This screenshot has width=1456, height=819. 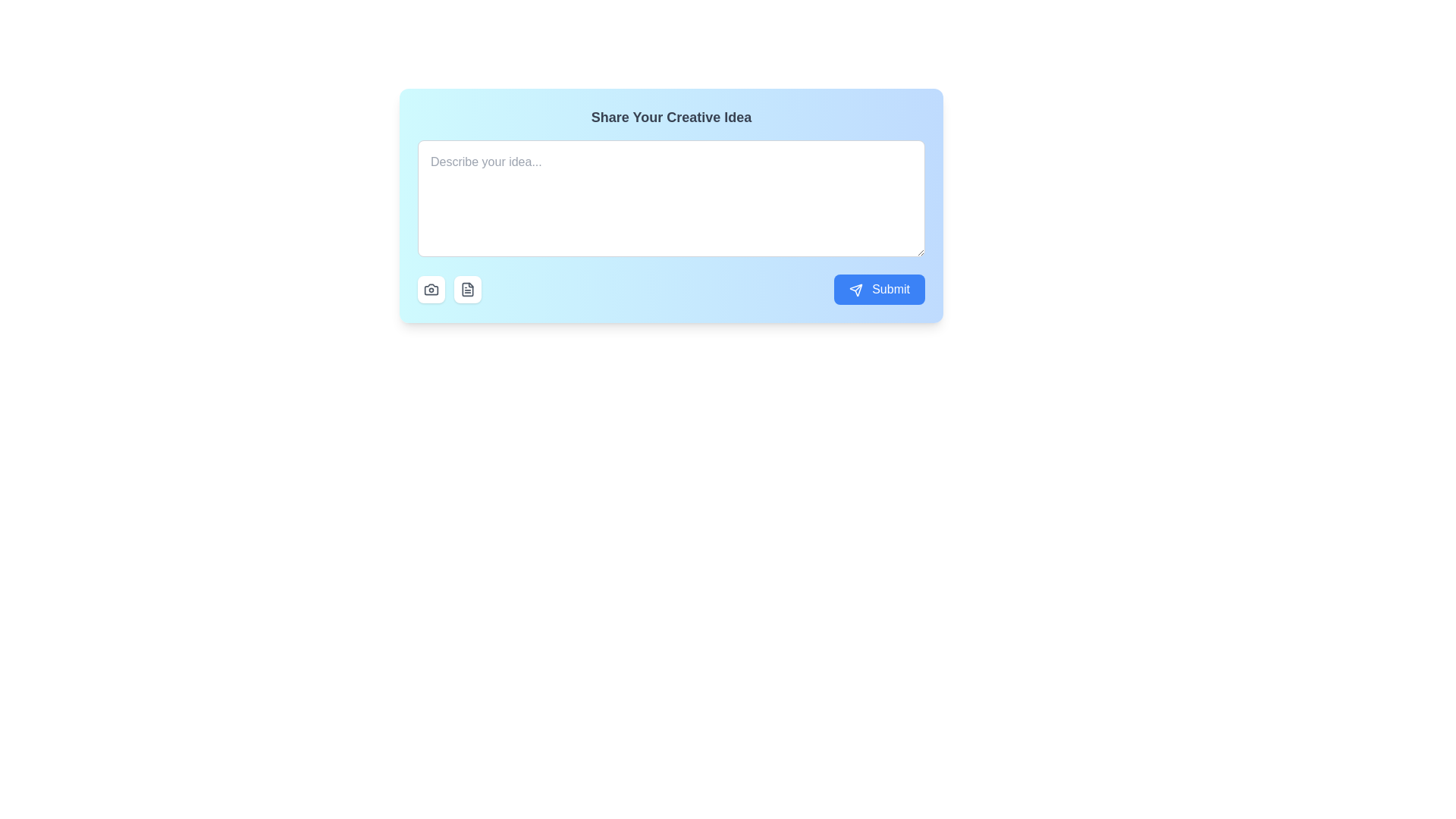 What do you see at coordinates (431, 289) in the screenshot?
I see `the camera icon, which is a compact outline-style icon in dark gray color, located within a rounded white button at the bottom-left corner of the input box above the submit button` at bounding box center [431, 289].